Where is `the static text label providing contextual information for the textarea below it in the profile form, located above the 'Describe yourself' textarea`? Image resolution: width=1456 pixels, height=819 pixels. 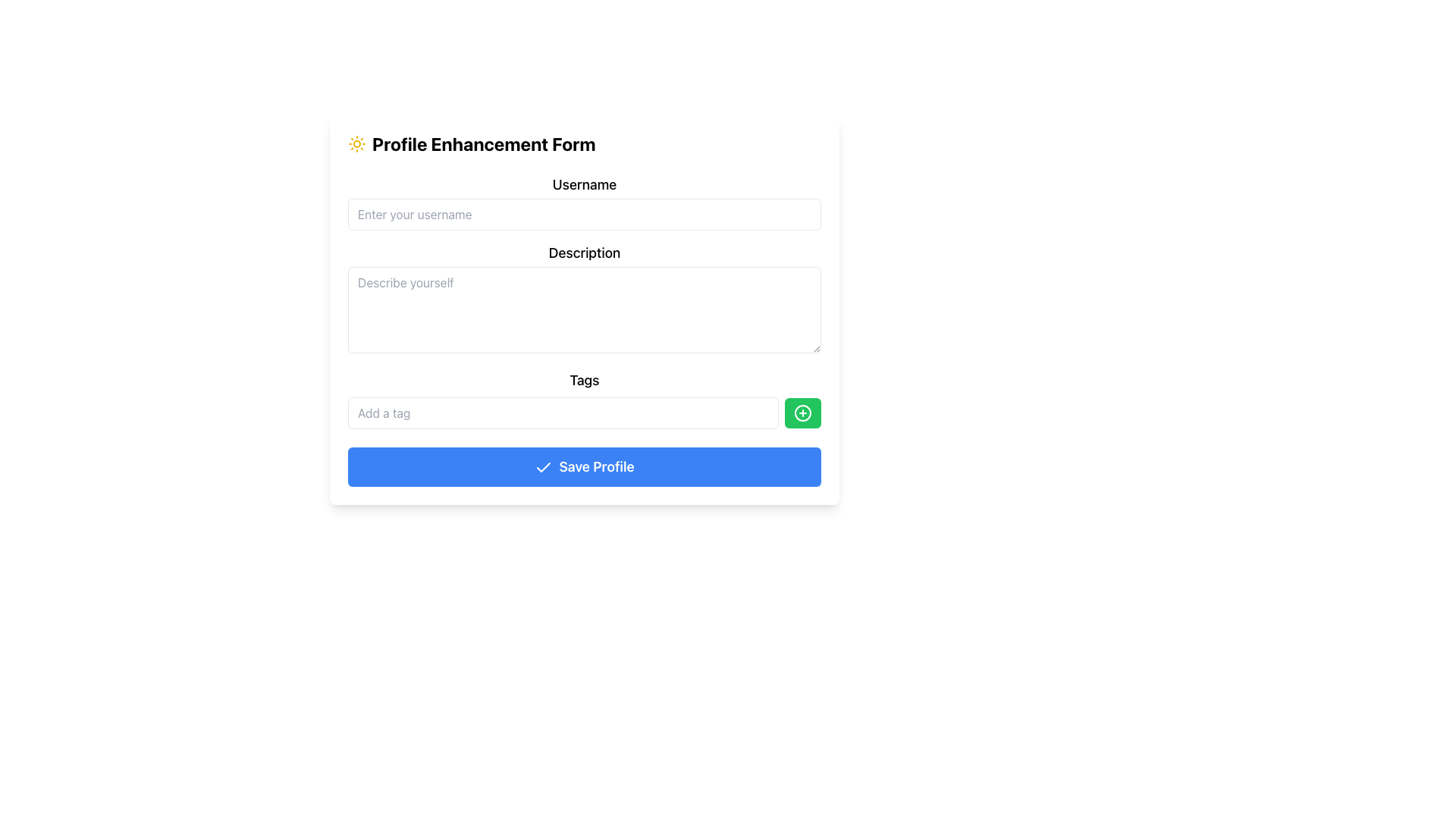 the static text label providing contextual information for the textarea below it in the profile form, located above the 'Describe yourself' textarea is located at coordinates (584, 252).